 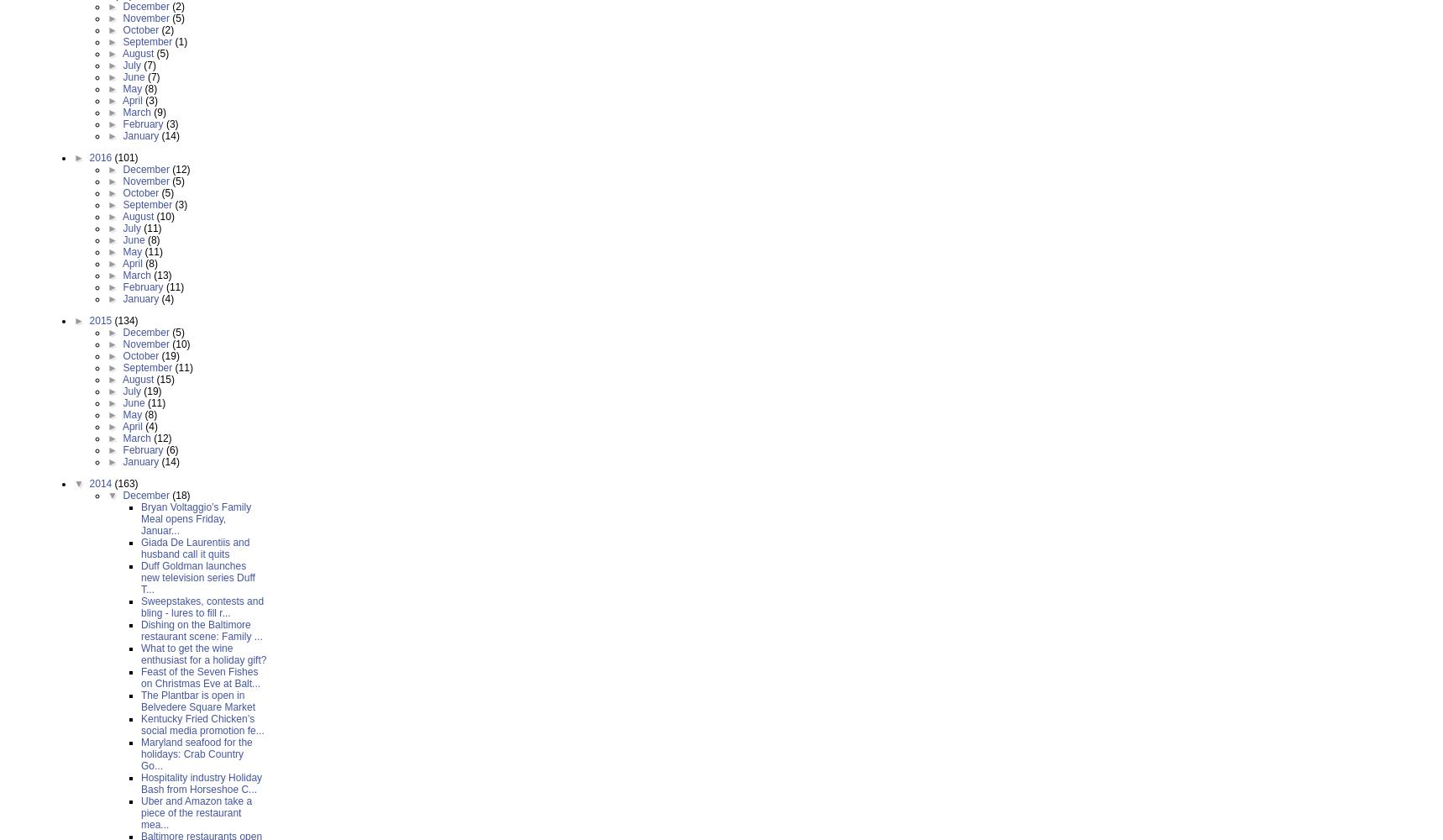 I want to click on 'What to get the wine enthusiast for a holiday gift?', so click(x=141, y=654).